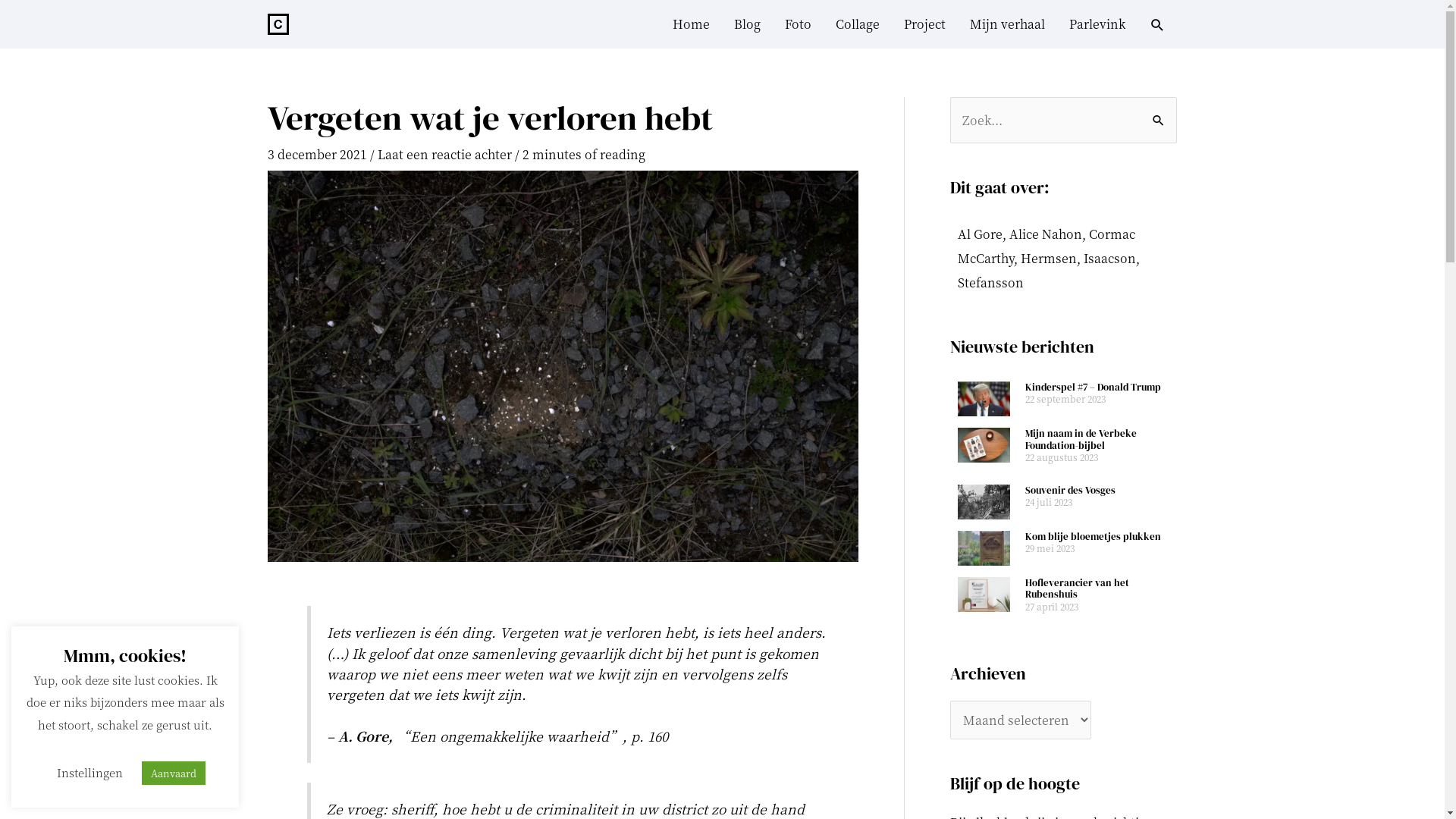 The width and height of the screenshot is (1456, 819). What do you see at coordinates (1047, 257) in the screenshot?
I see `'Hermsen'` at bounding box center [1047, 257].